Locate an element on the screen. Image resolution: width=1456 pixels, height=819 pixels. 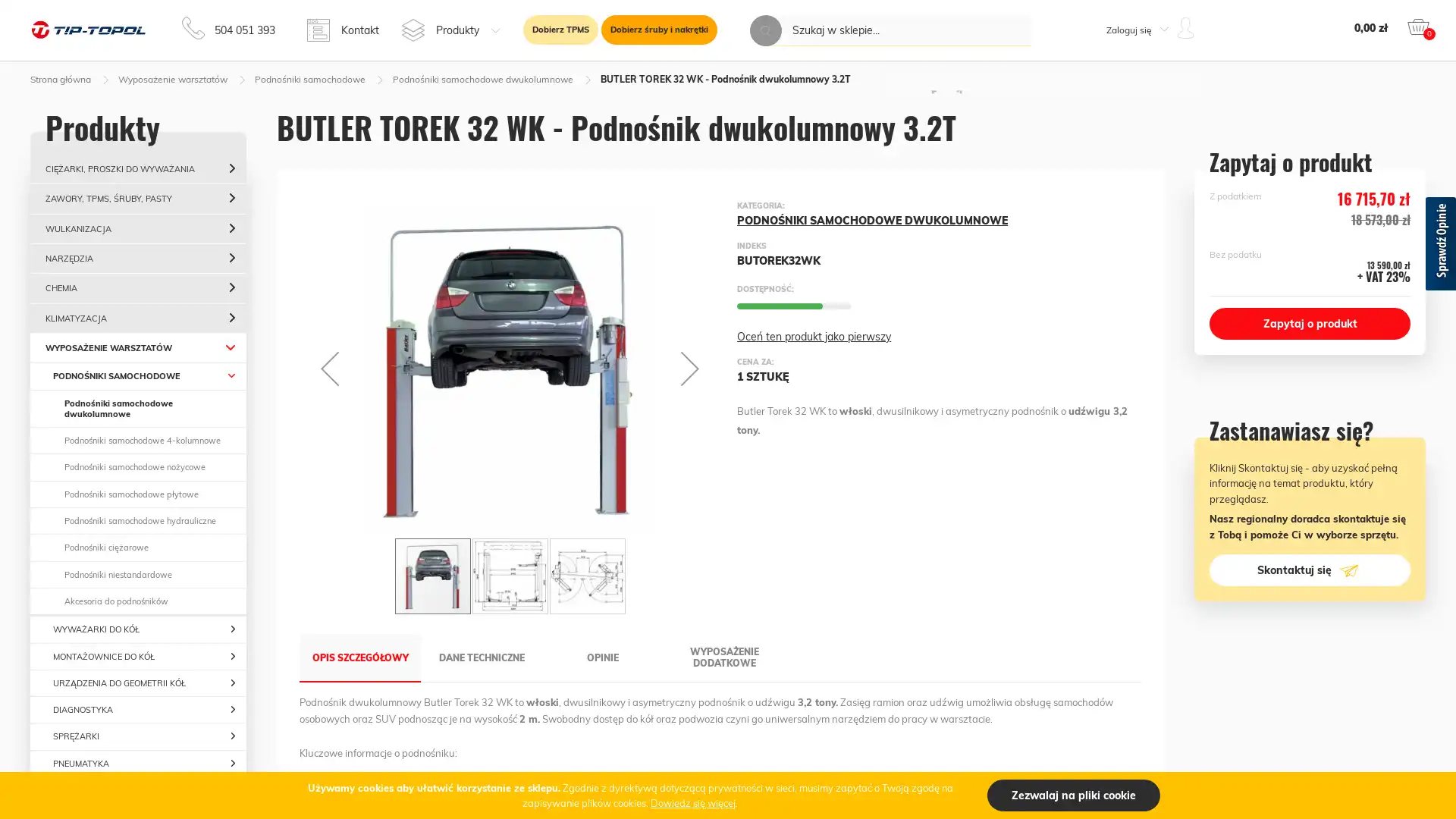
Next is located at coordinates (689, 368).